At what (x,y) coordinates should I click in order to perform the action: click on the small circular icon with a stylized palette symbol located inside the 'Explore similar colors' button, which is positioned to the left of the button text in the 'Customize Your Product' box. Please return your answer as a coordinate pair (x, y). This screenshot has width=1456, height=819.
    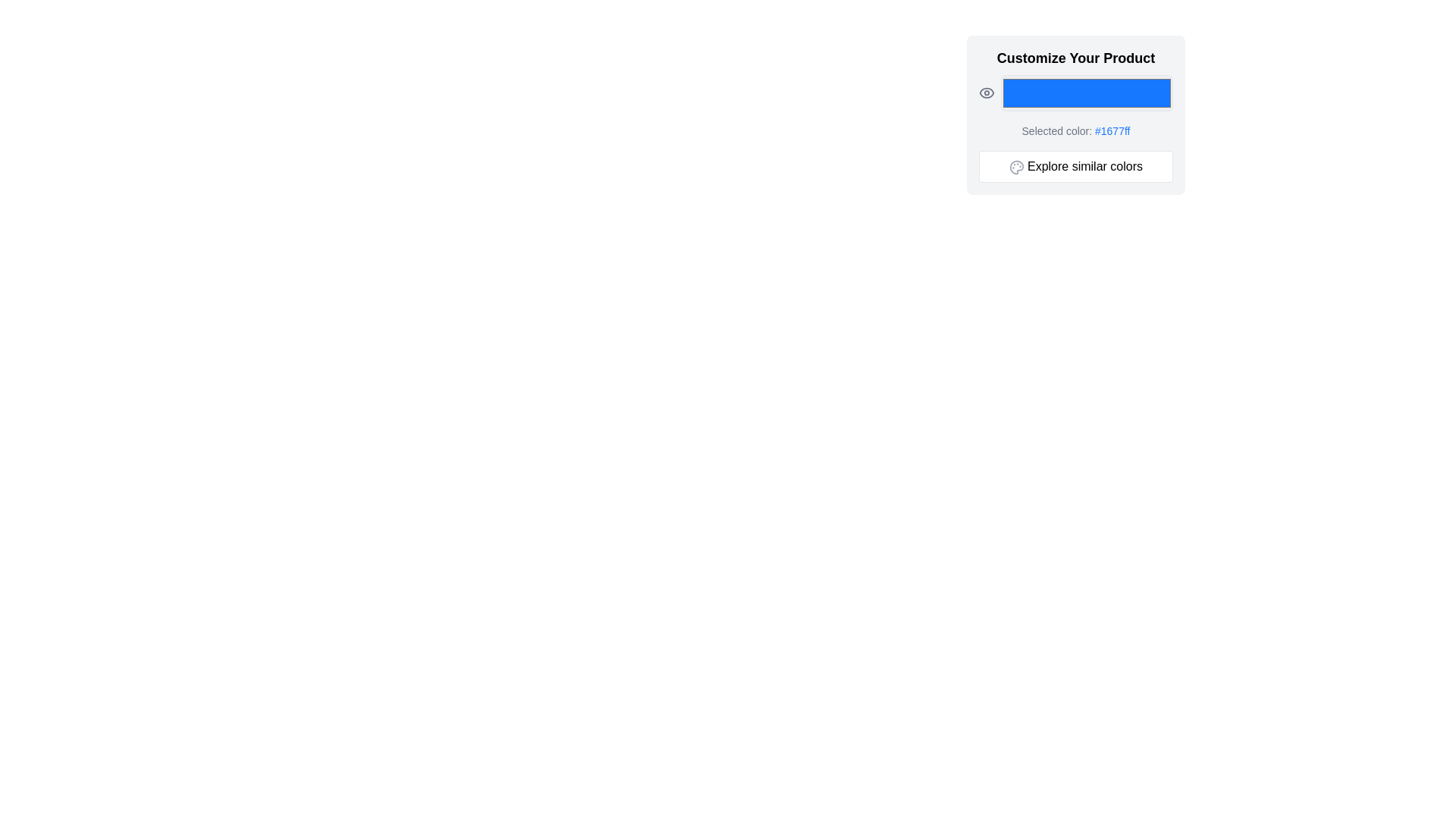
    Looking at the image, I should click on (1016, 167).